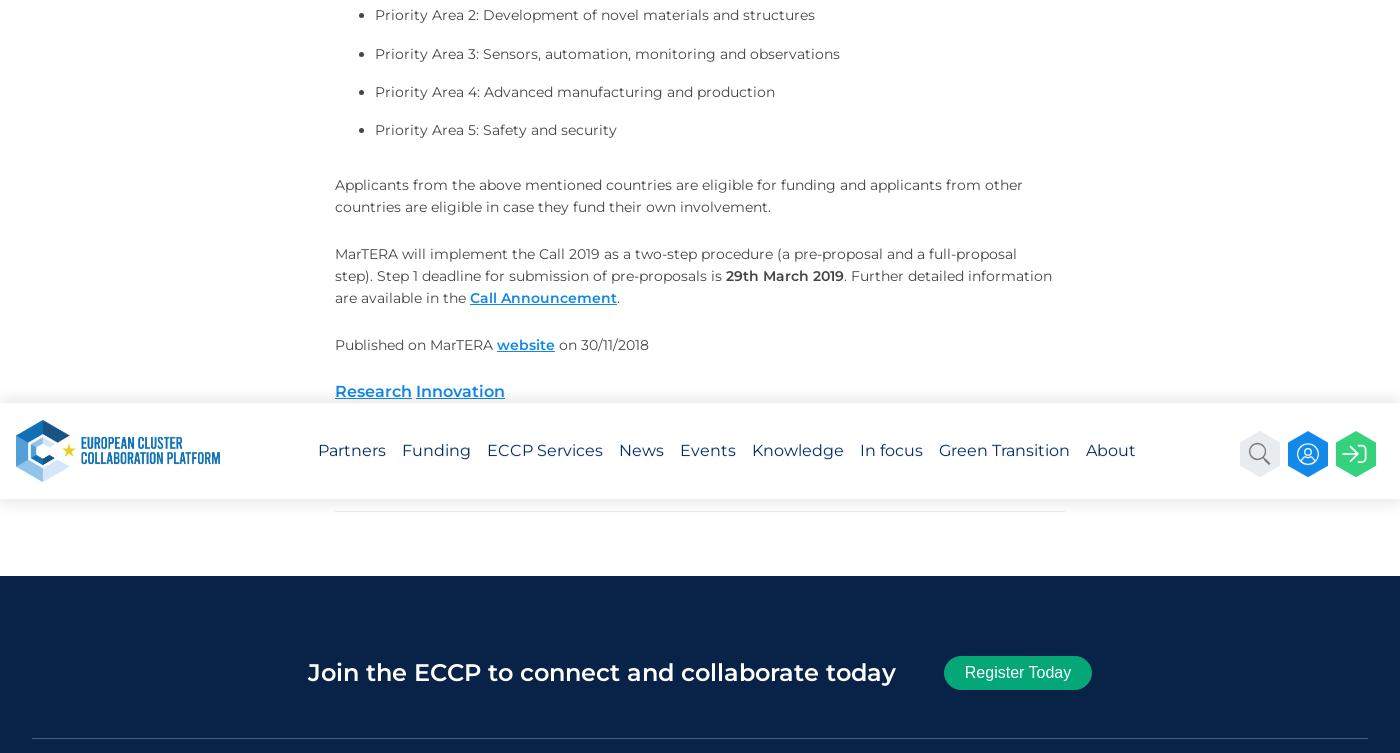 This screenshot has width=1400, height=753. Describe the element at coordinates (1040, 150) in the screenshot. I see `'The information and views set out in this website are those
of the author(s) and do not necessarily reflect the official opinion of EISMEA,
the European Commission or other European Institutions. EISMEA does not guarantee
the accuracy of the data included in this website. Neither EISMEA, nor the Commission
or any person acting on their behalf may be held responsible for the use which may be
made of the information contained therein.'` at that location.